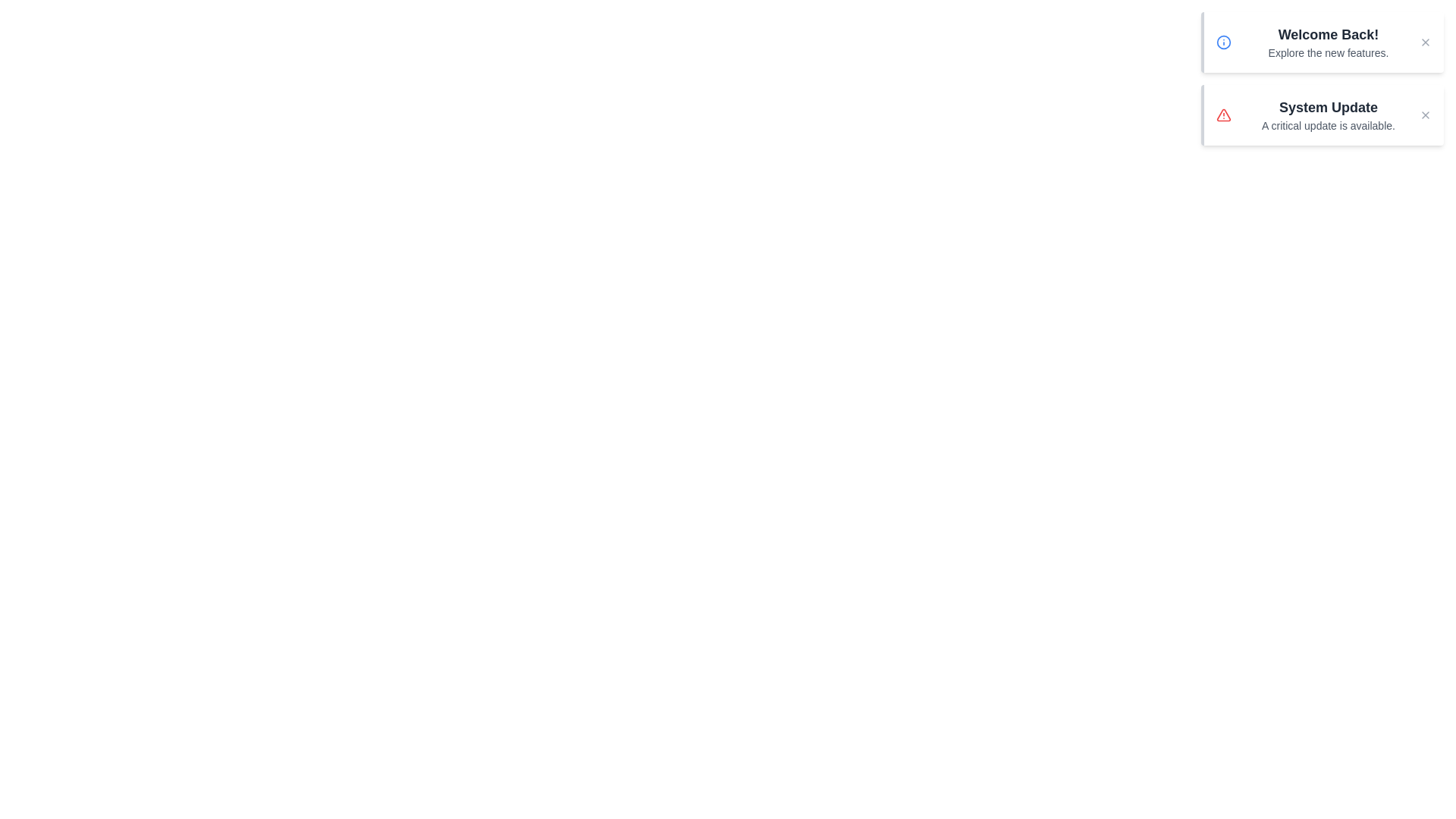 The height and width of the screenshot is (819, 1456). What do you see at coordinates (1321, 42) in the screenshot?
I see `the notification with title Welcome Back!` at bounding box center [1321, 42].